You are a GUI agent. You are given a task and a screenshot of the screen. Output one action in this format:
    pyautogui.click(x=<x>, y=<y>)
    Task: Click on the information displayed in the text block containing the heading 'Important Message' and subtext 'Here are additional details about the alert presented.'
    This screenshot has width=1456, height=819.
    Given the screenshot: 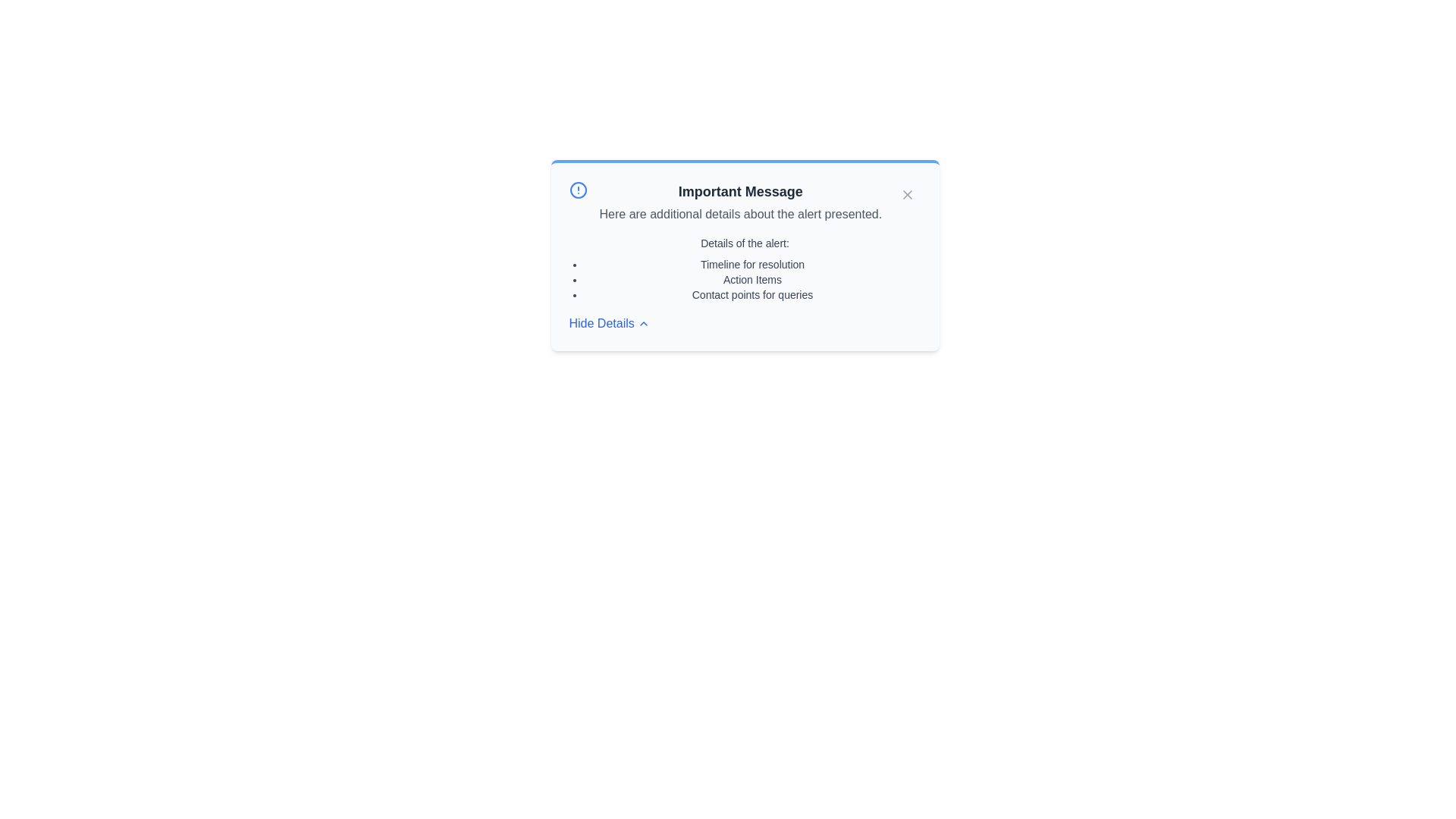 What is the action you would take?
    pyautogui.click(x=740, y=201)
    